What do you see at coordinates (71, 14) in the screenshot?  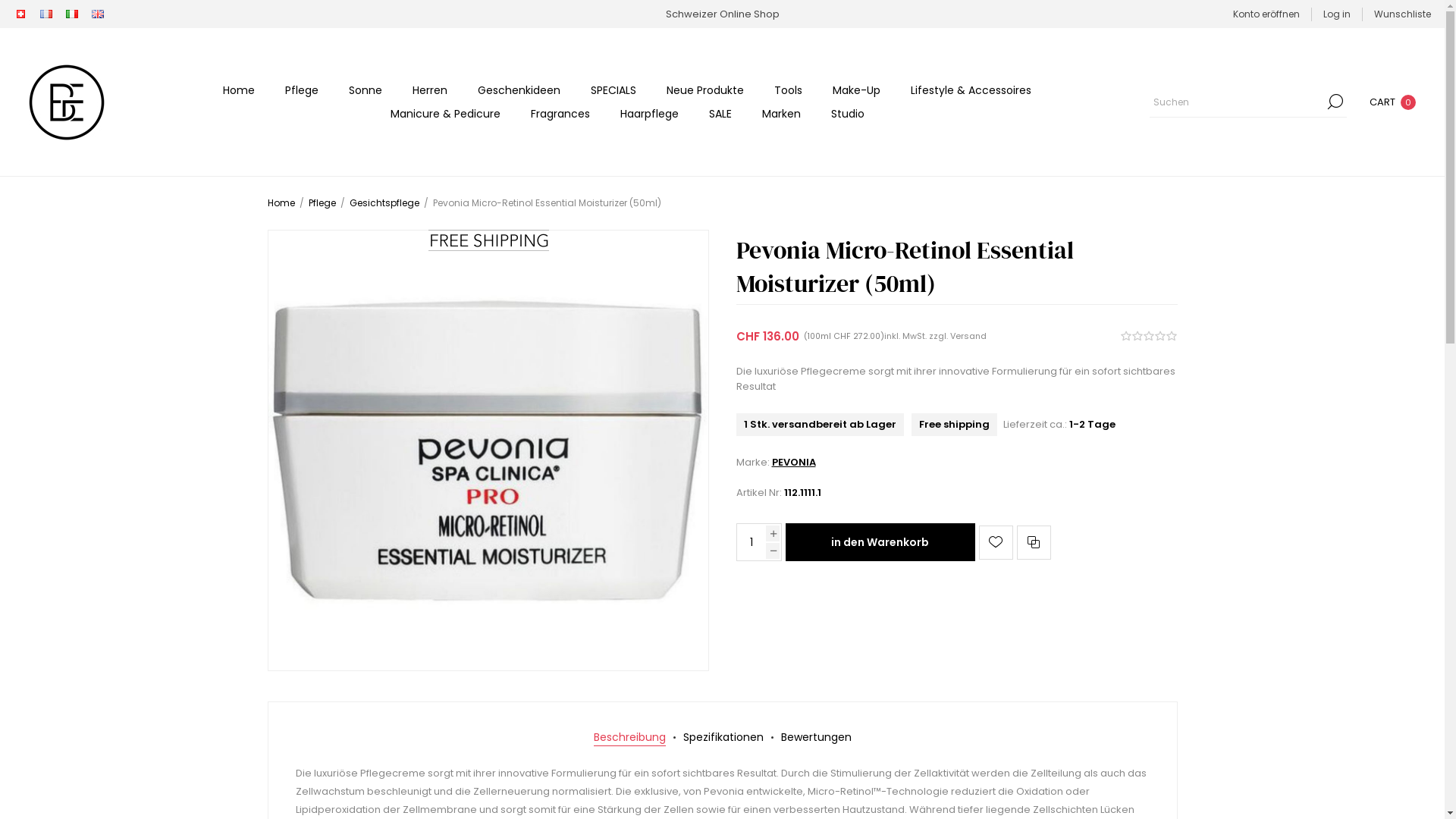 I see `'IT'` at bounding box center [71, 14].